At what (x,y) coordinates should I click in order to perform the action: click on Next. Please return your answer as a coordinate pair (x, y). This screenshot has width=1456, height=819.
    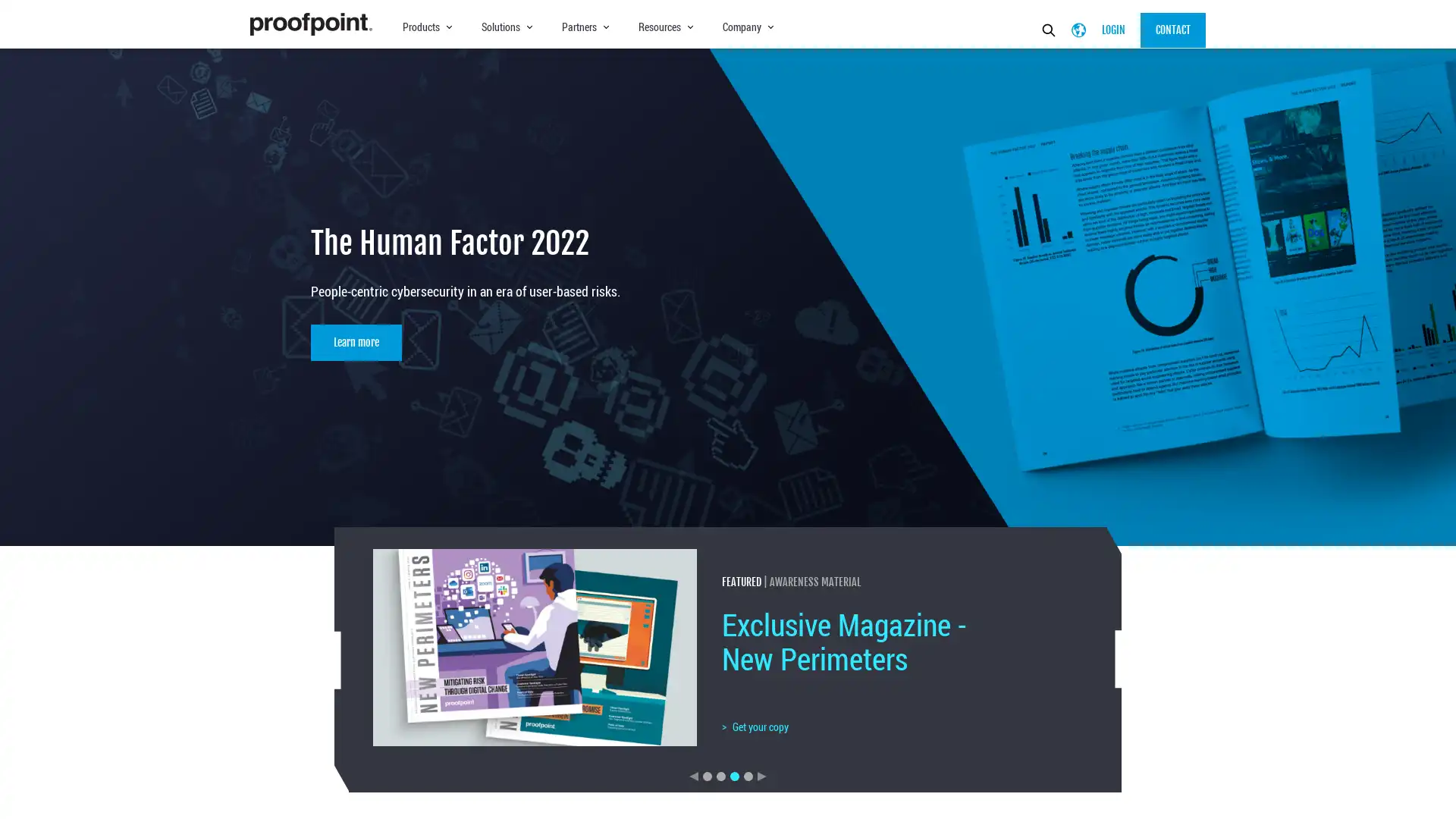
    Looking at the image, I should click on (761, 775).